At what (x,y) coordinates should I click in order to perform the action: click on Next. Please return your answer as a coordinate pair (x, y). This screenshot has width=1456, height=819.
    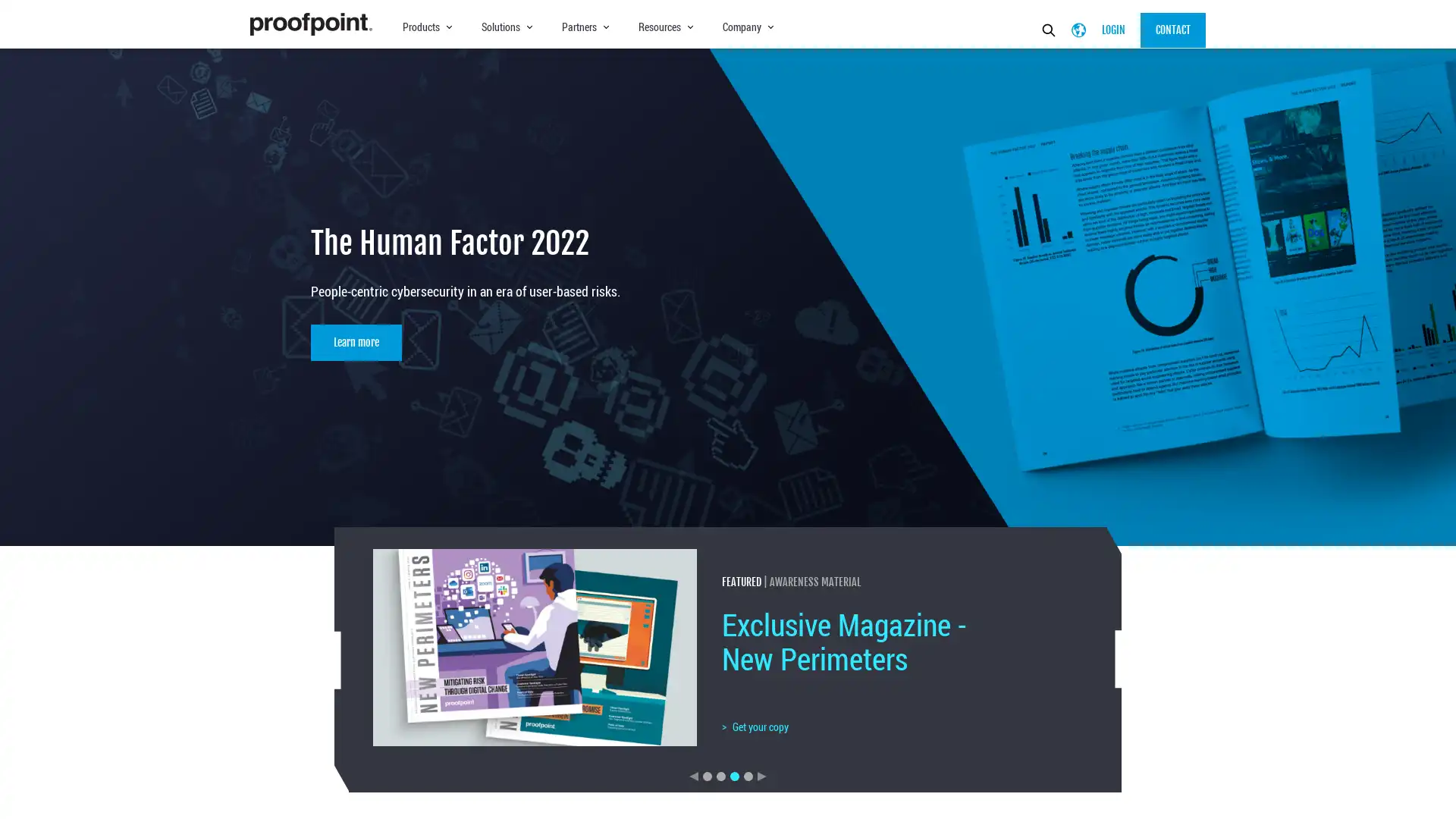
    Looking at the image, I should click on (761, 775).